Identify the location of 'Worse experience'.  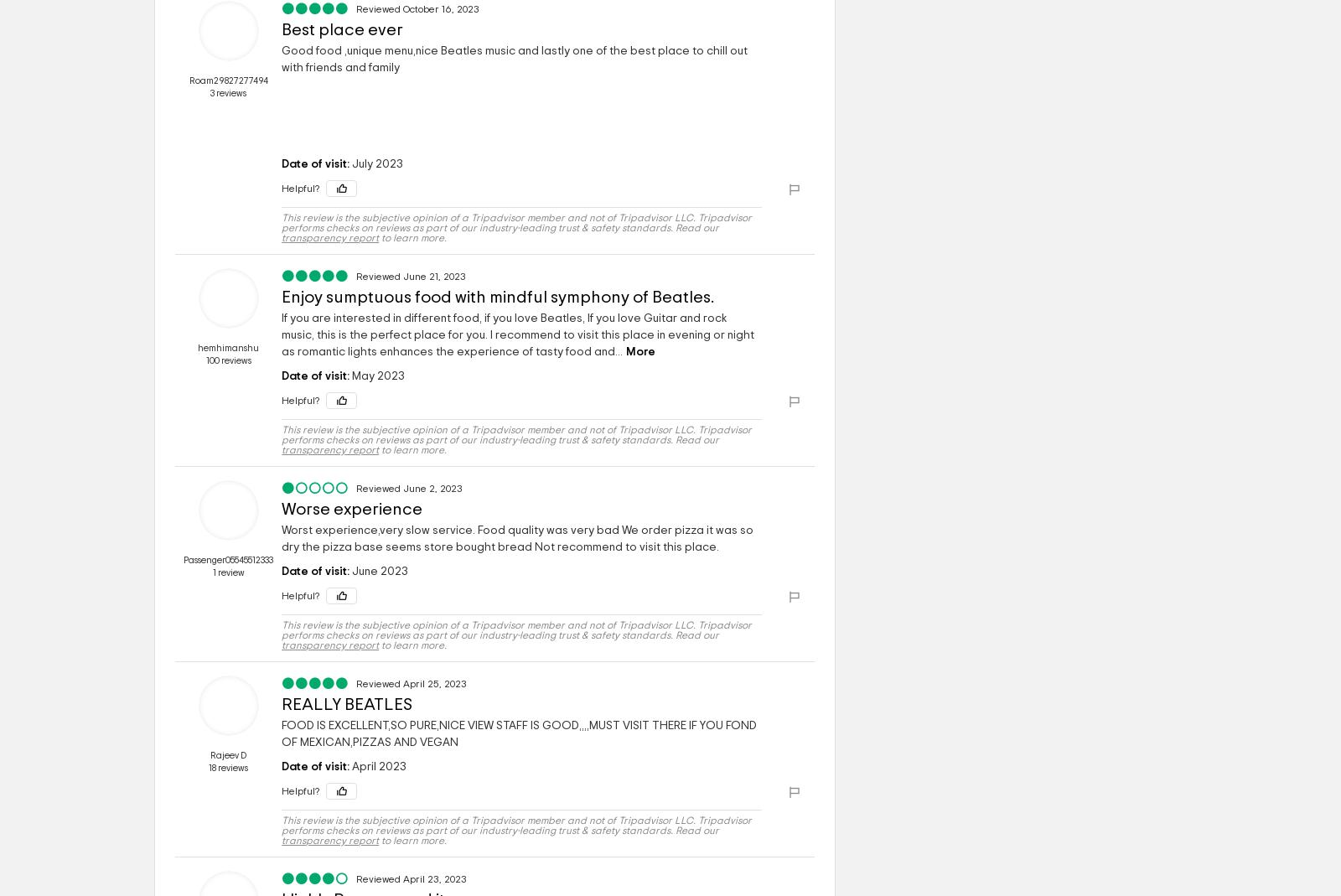
(351, 510).